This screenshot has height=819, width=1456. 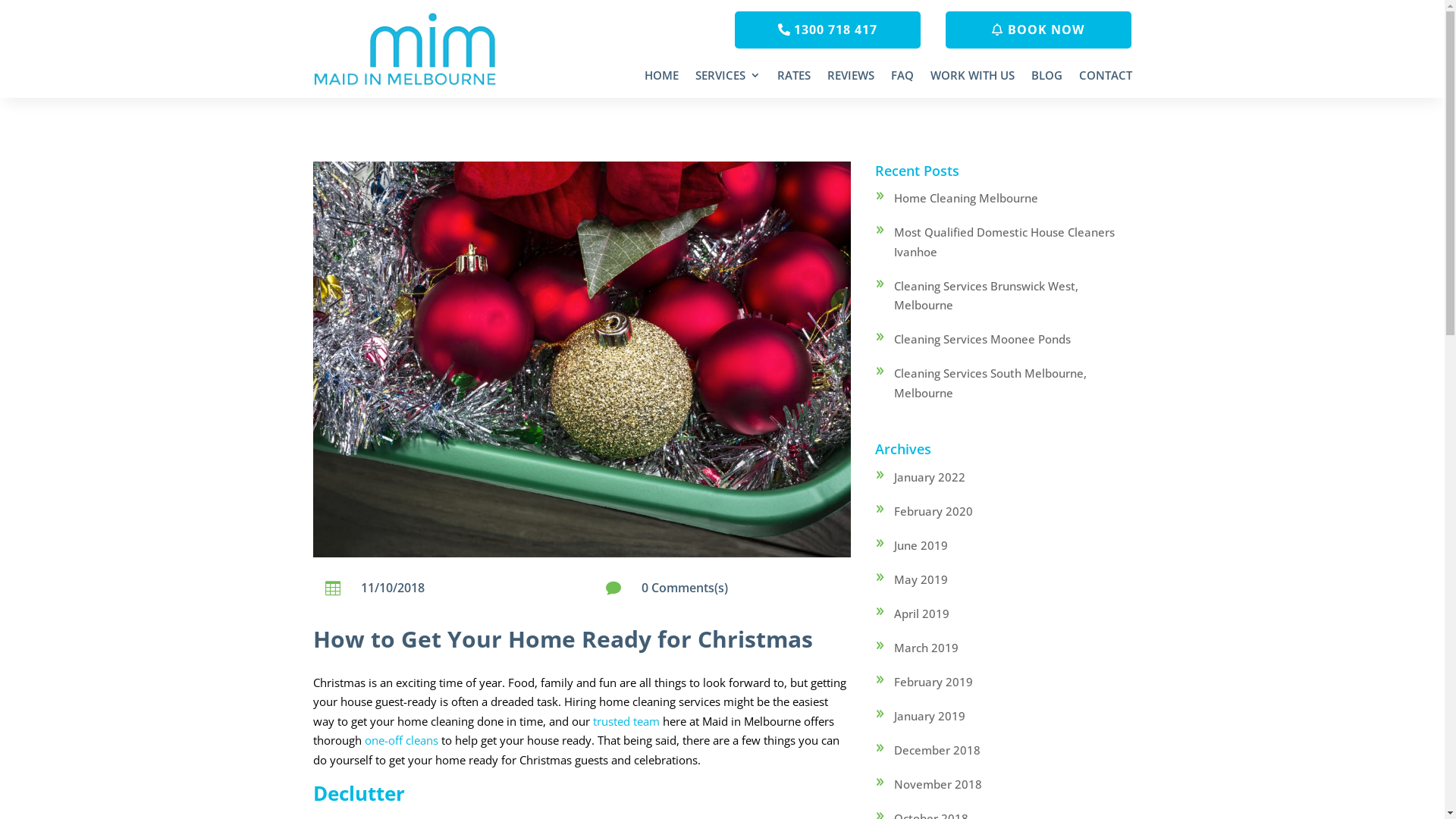 What do you see at coordinates (1037, 30) in the screenshot?
I see `'BOOK NOW'` at bounding box center [1037, 30].